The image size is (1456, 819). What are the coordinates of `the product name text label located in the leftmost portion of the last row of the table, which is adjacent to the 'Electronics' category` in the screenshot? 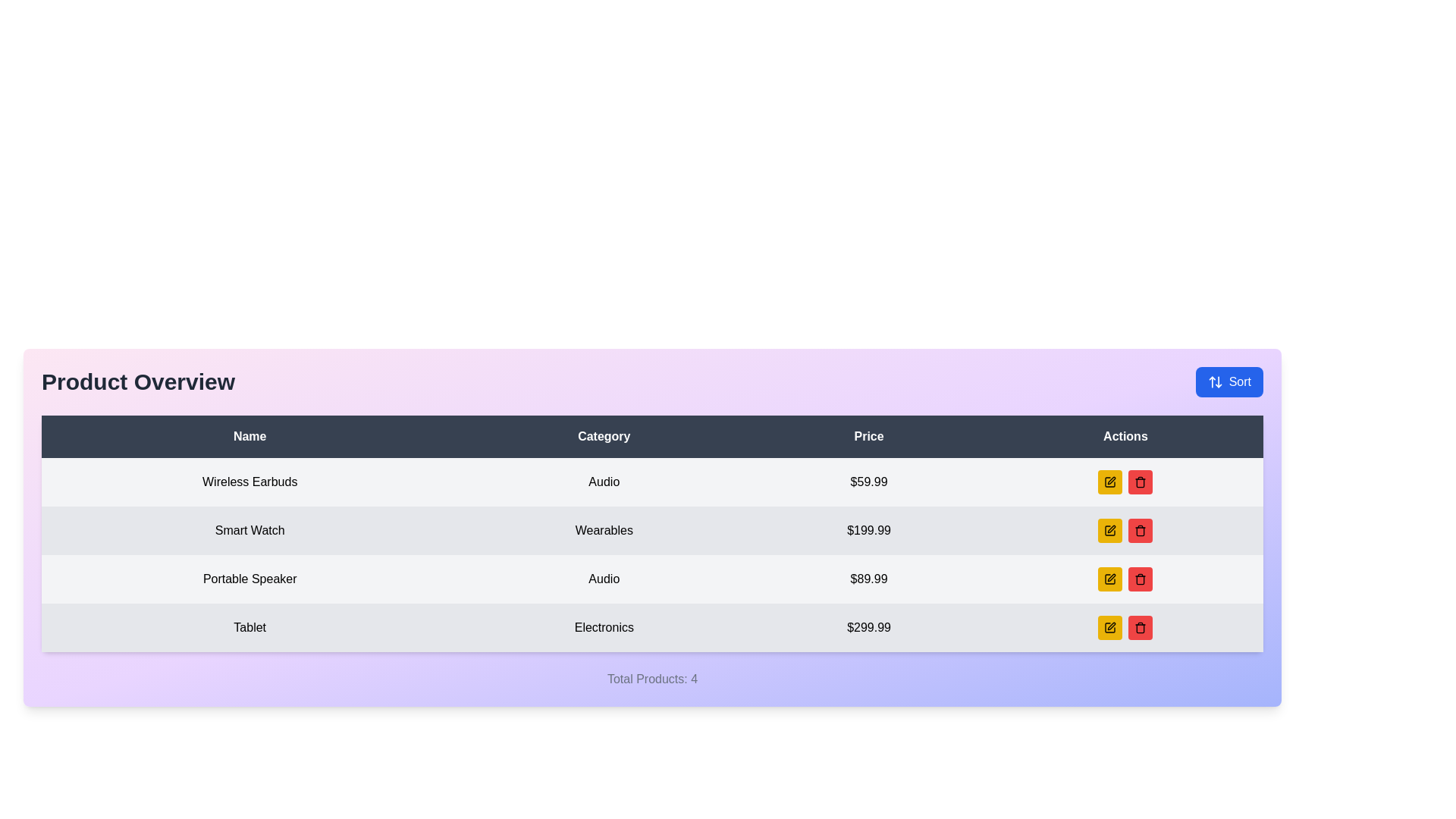 It's located at (249, 628).